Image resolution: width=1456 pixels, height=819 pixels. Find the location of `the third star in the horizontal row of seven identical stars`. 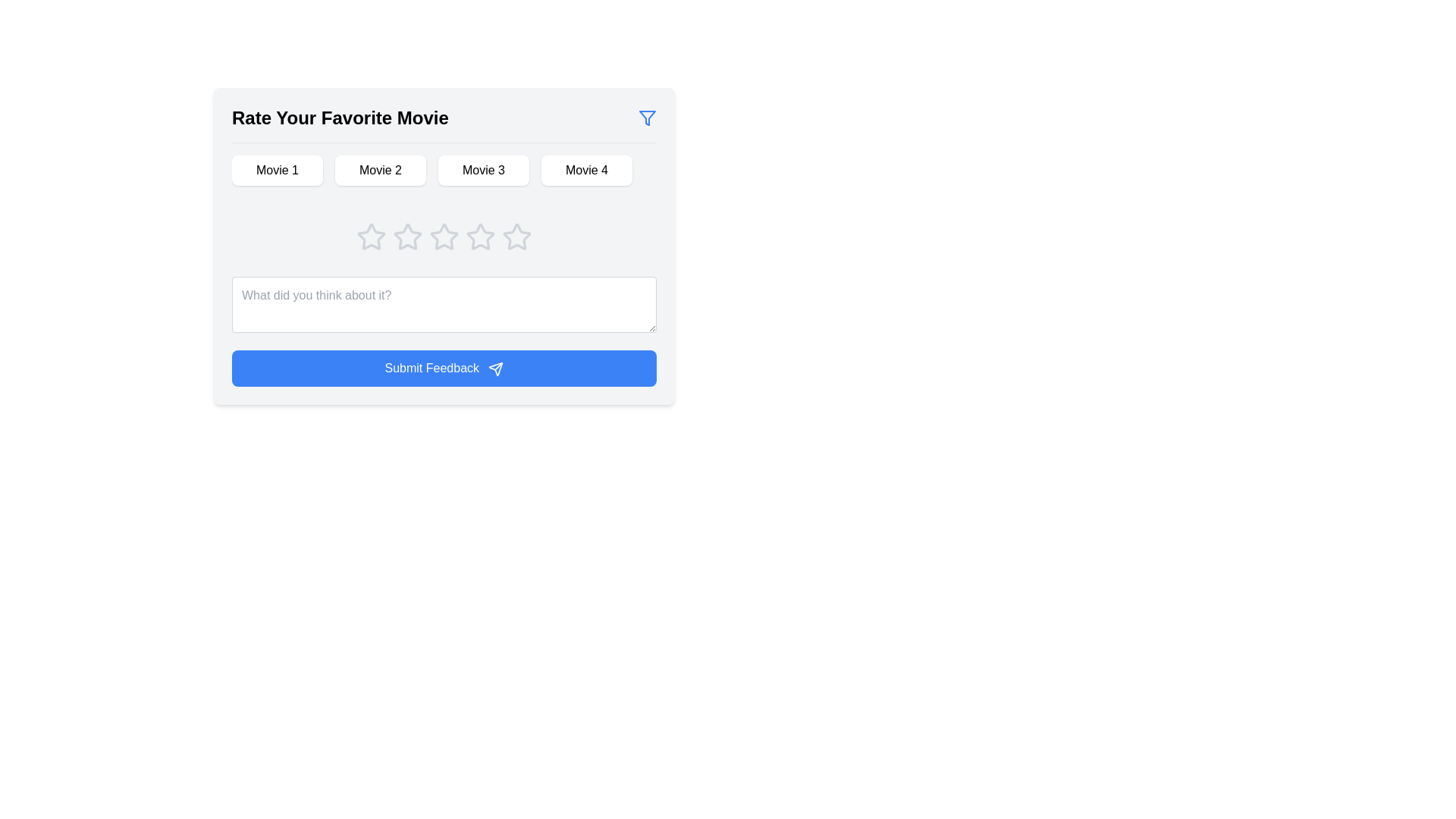

the third star in the horizontal row of seven identical stars is located at coordinates (407, 237).